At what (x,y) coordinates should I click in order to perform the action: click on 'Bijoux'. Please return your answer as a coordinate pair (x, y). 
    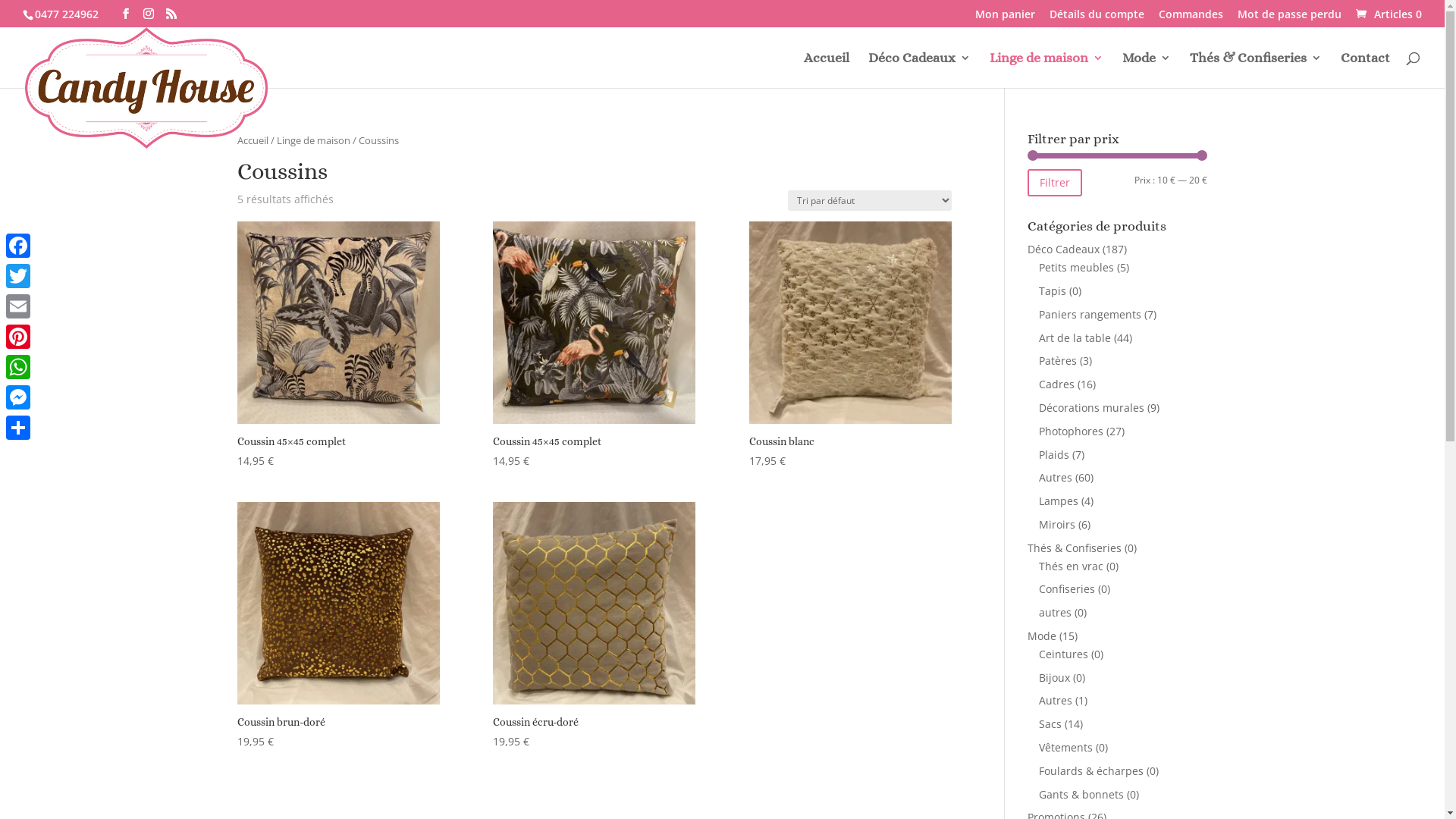
    Looking at the image, I should click on (1053, 676).